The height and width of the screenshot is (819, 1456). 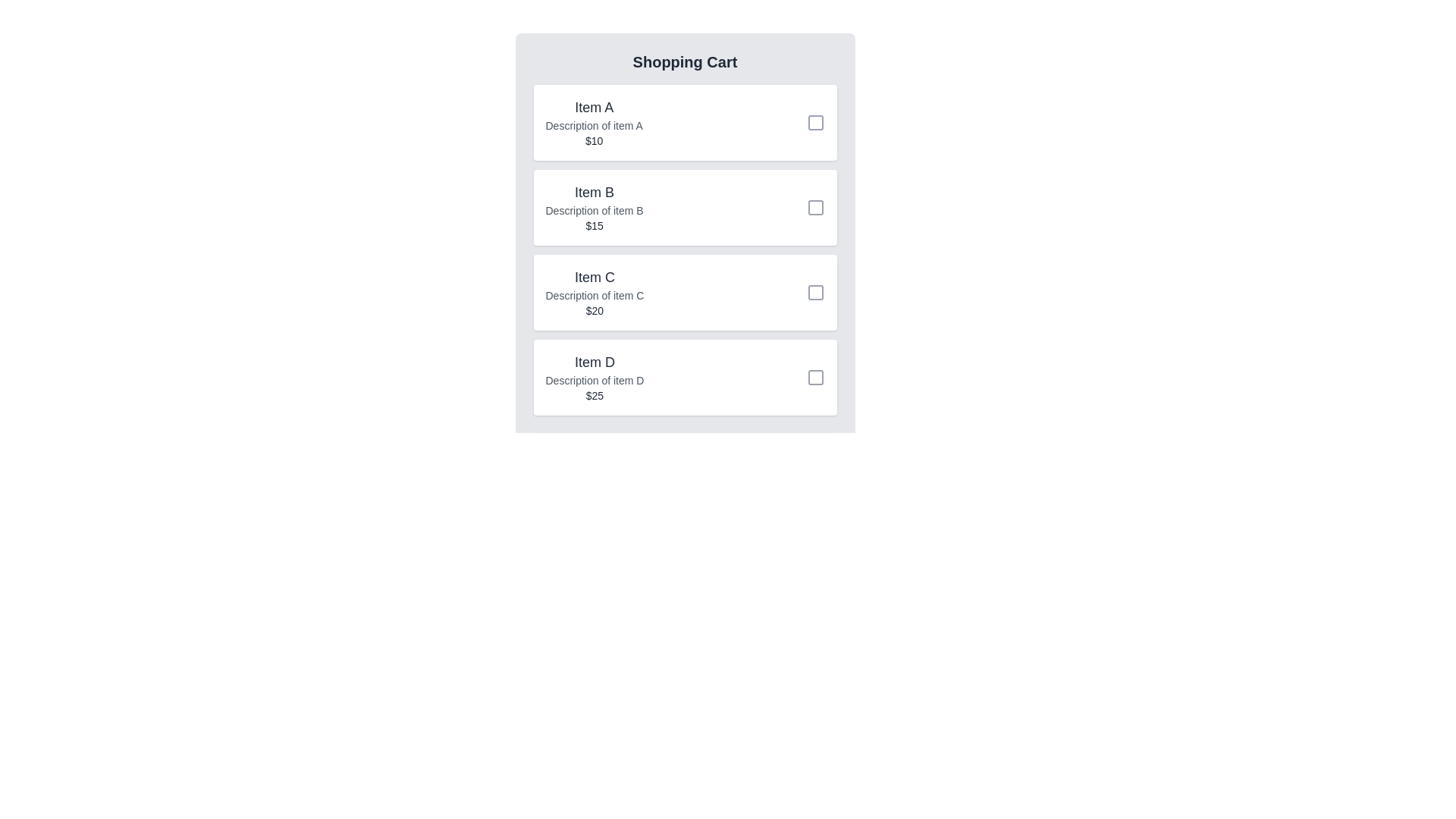 What do you see at coordinates (814, 376) in the screenshot?
I see `the interactive checkbox` at bounding box center [814, 376].